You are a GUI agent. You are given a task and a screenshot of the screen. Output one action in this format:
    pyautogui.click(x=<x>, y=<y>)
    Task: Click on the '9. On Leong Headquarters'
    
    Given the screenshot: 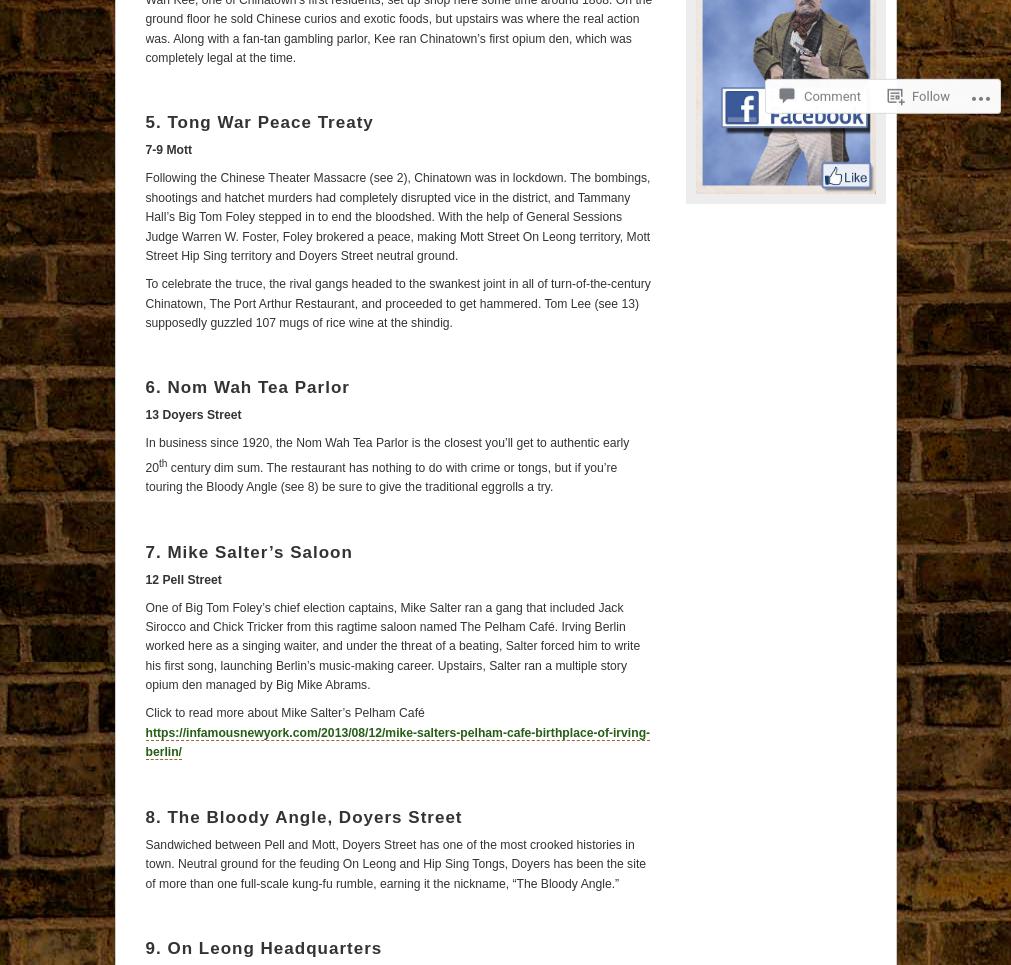 What is the action you would take?
    pyautogui.click(x=263, y=947)
    